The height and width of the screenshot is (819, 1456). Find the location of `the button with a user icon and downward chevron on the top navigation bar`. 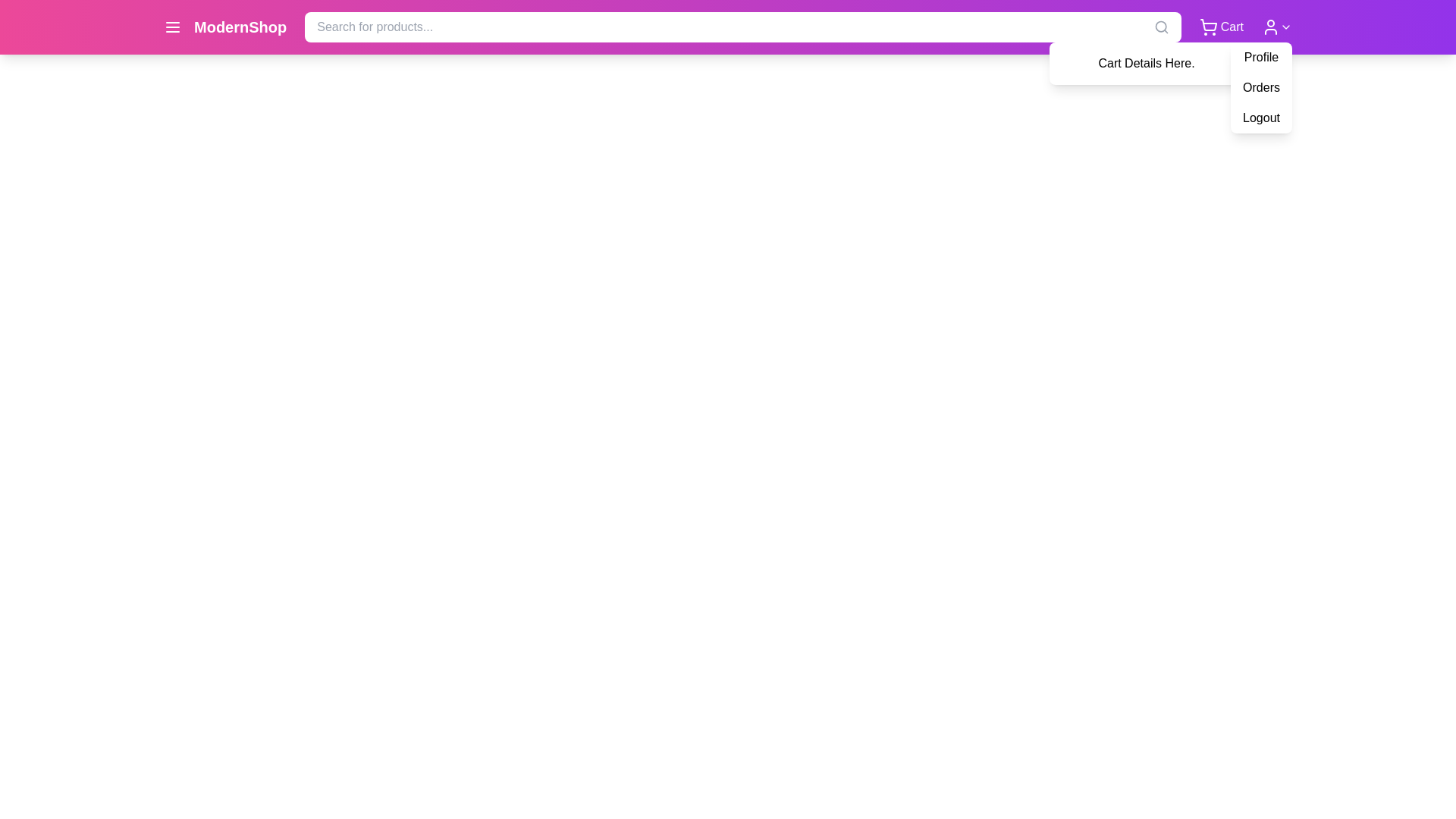

the button with a user icon and downward chevron on the top navigation bar is located at coordinates (1276, 27).